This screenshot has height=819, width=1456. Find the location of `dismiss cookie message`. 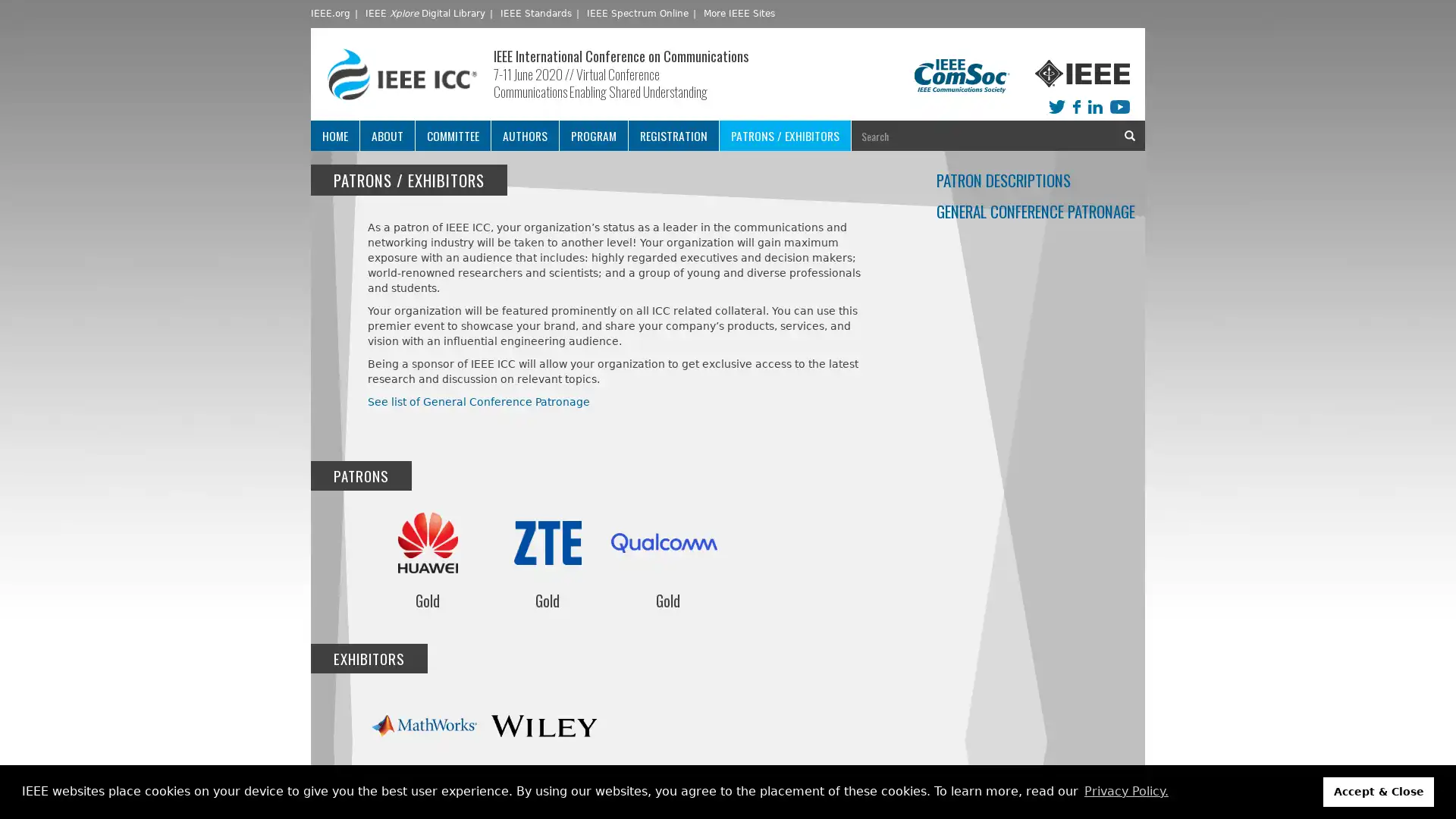

dismiss cookie message is located at coordinates (1379, 791).